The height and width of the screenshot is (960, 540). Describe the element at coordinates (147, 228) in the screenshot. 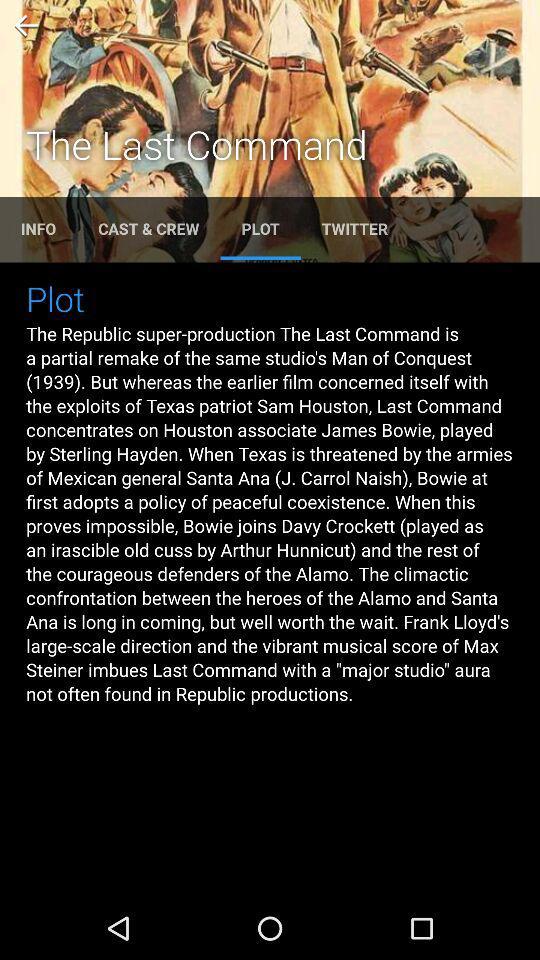

I see `the text cast  crew` at that location.